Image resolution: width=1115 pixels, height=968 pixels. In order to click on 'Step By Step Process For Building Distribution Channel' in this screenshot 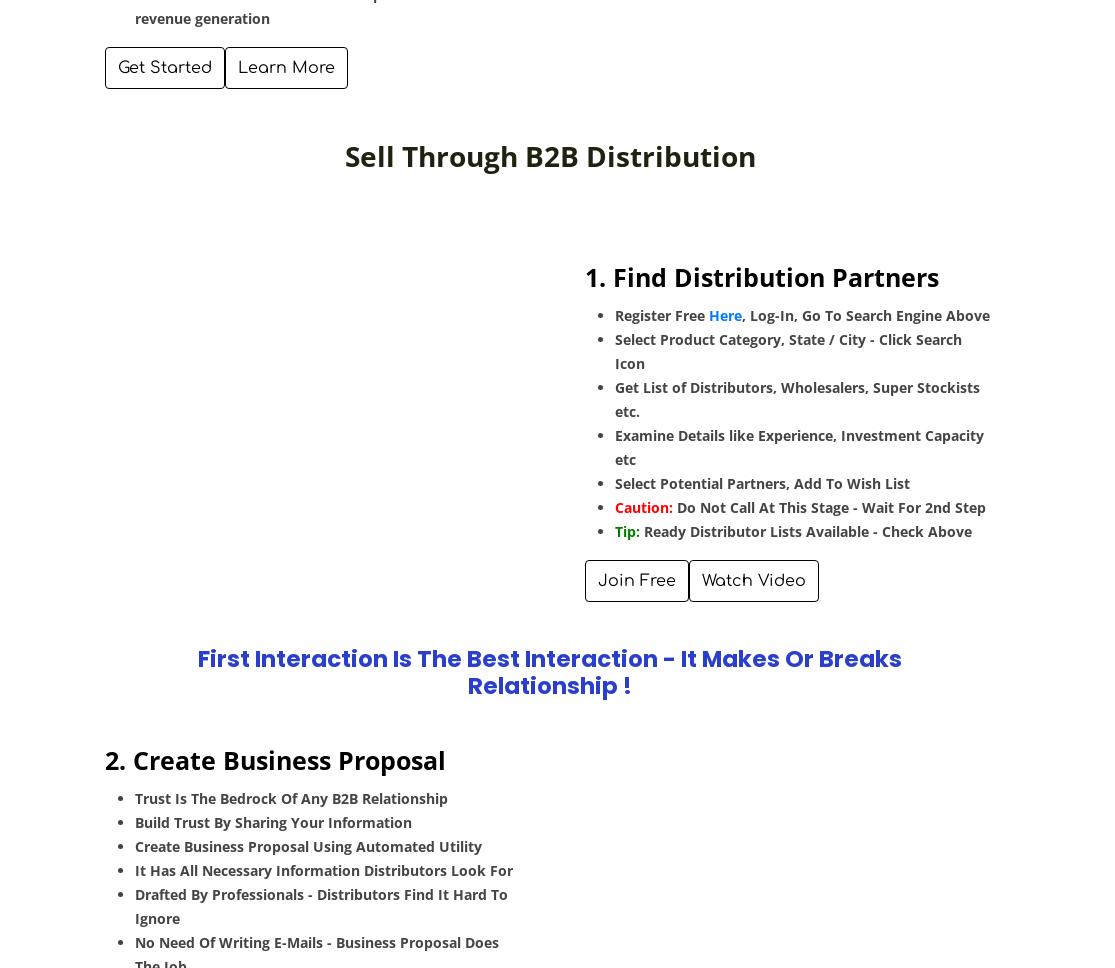, I will do `click(331, 231)`.